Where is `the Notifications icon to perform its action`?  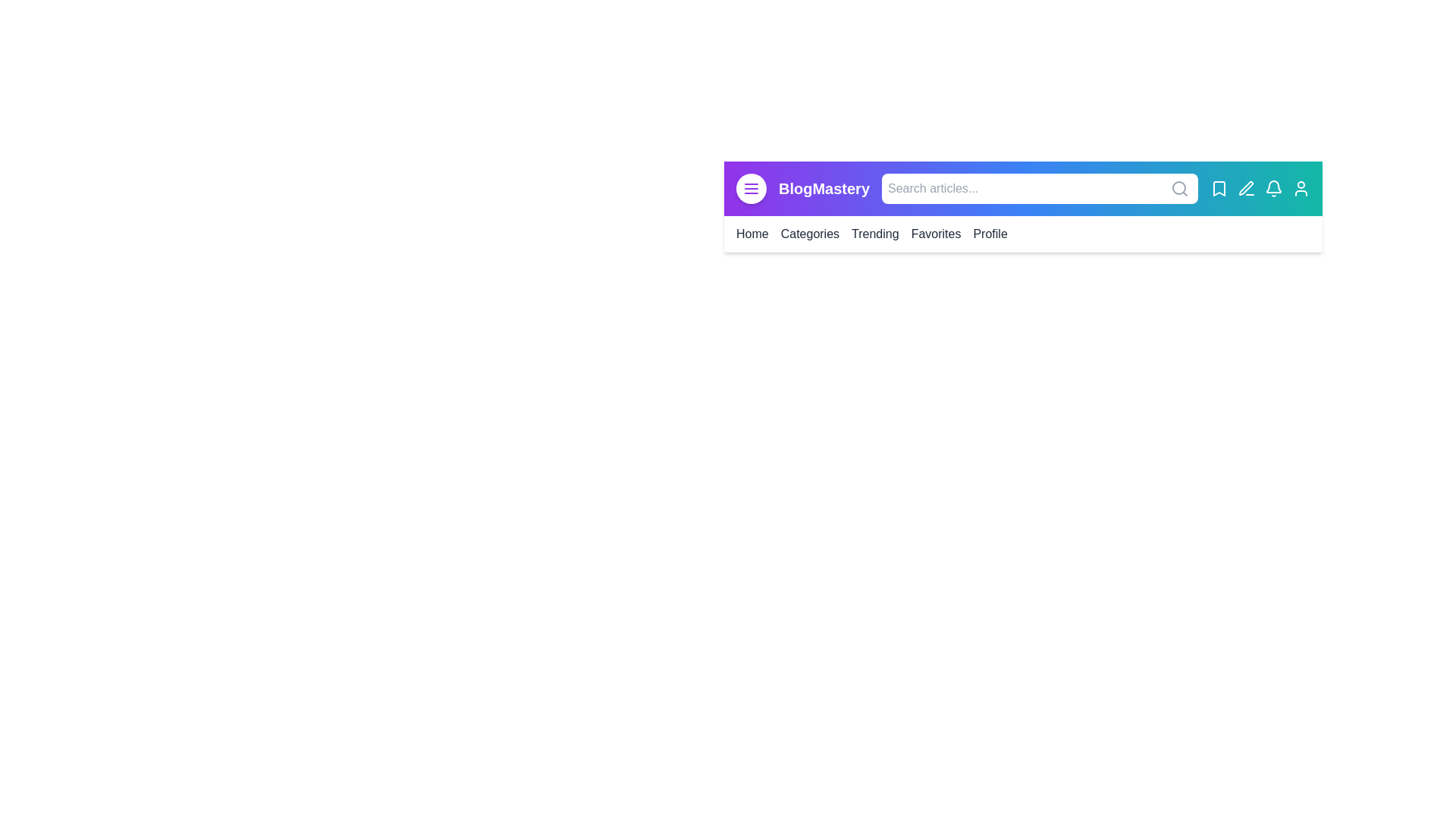 the Notifications icon to perform its action is located at coordinates (1274, 188).